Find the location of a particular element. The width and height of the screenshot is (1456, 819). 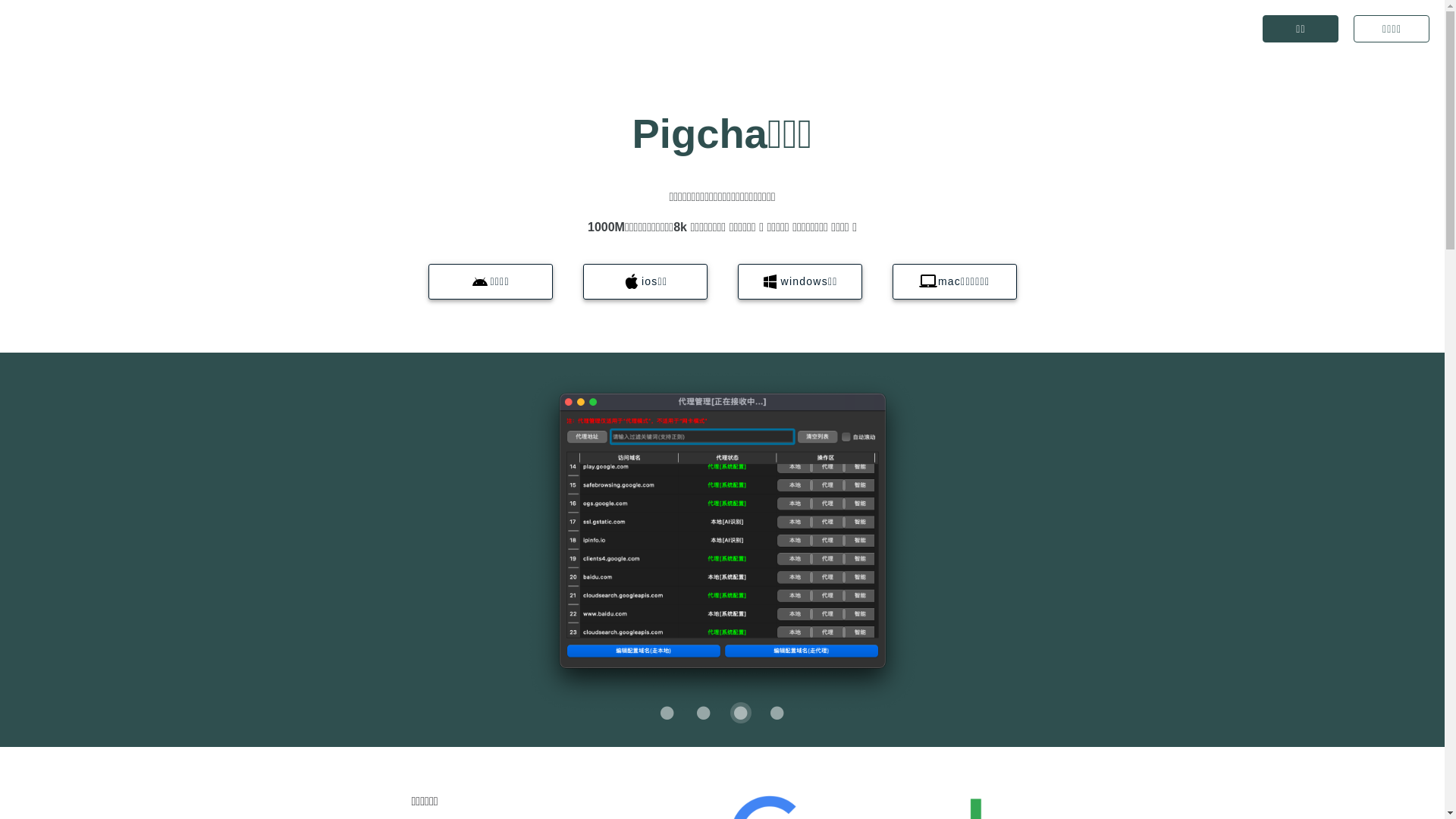

'2' is located at coordinates (741, 713).